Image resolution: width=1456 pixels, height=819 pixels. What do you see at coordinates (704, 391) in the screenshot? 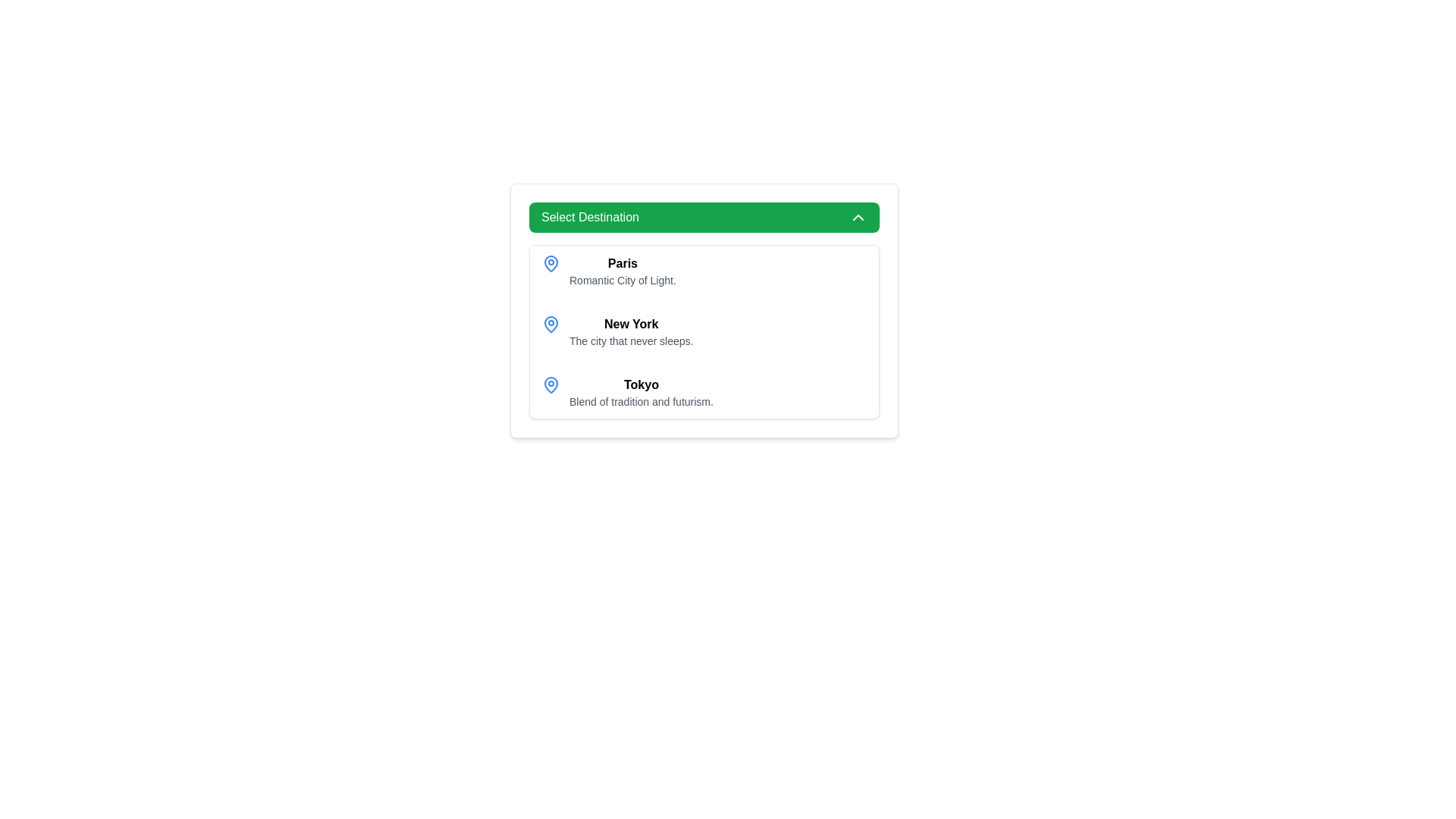
I see `to select the list item 'Tokyo' in the dropdown menu, which features a bold title and a blue location pin icon` at bounding box center [704, 391].